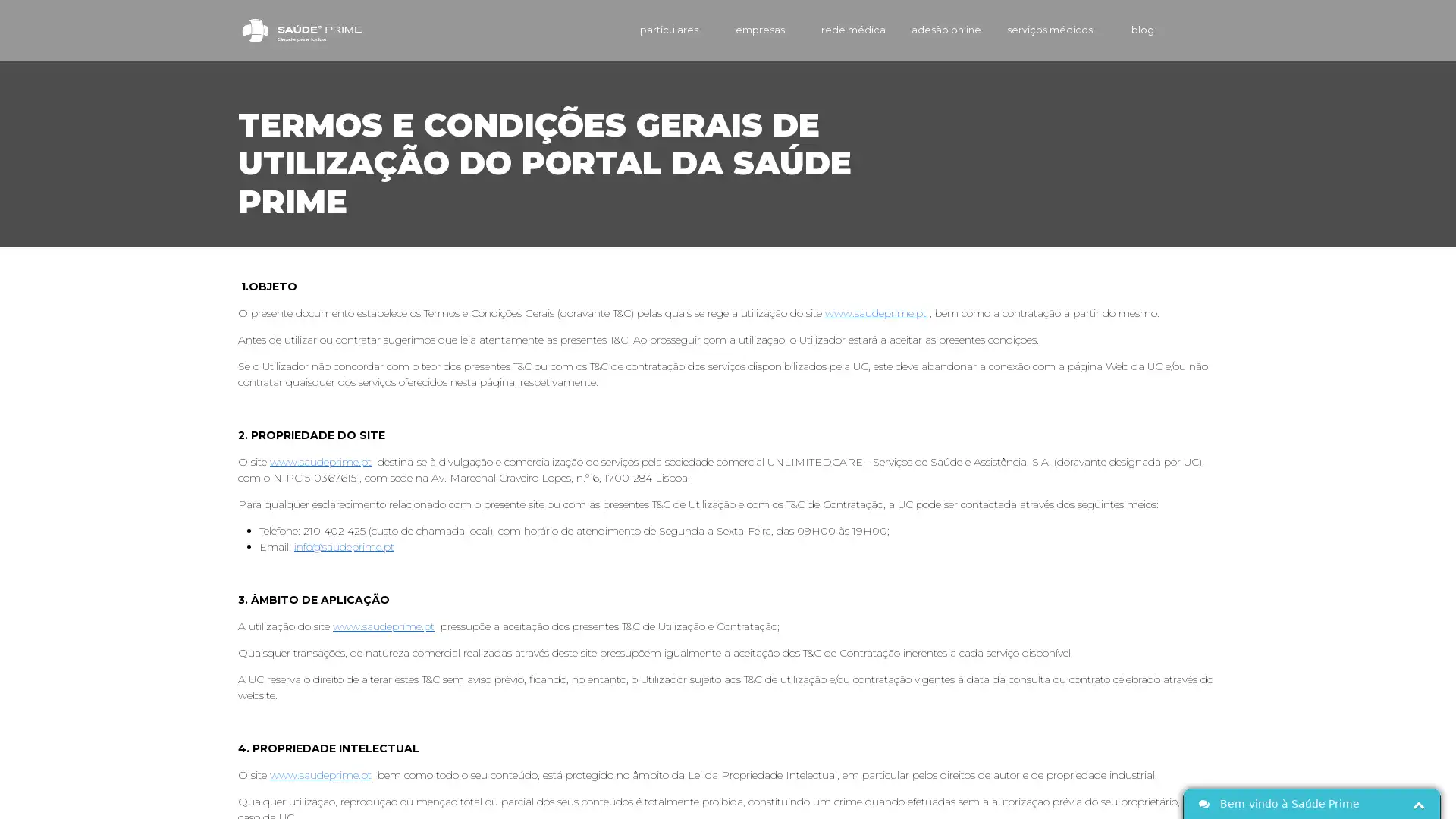 Image resolution: width=1456 pixels, height=819 pixels. I want to click on rede medica, so click(830, 30).